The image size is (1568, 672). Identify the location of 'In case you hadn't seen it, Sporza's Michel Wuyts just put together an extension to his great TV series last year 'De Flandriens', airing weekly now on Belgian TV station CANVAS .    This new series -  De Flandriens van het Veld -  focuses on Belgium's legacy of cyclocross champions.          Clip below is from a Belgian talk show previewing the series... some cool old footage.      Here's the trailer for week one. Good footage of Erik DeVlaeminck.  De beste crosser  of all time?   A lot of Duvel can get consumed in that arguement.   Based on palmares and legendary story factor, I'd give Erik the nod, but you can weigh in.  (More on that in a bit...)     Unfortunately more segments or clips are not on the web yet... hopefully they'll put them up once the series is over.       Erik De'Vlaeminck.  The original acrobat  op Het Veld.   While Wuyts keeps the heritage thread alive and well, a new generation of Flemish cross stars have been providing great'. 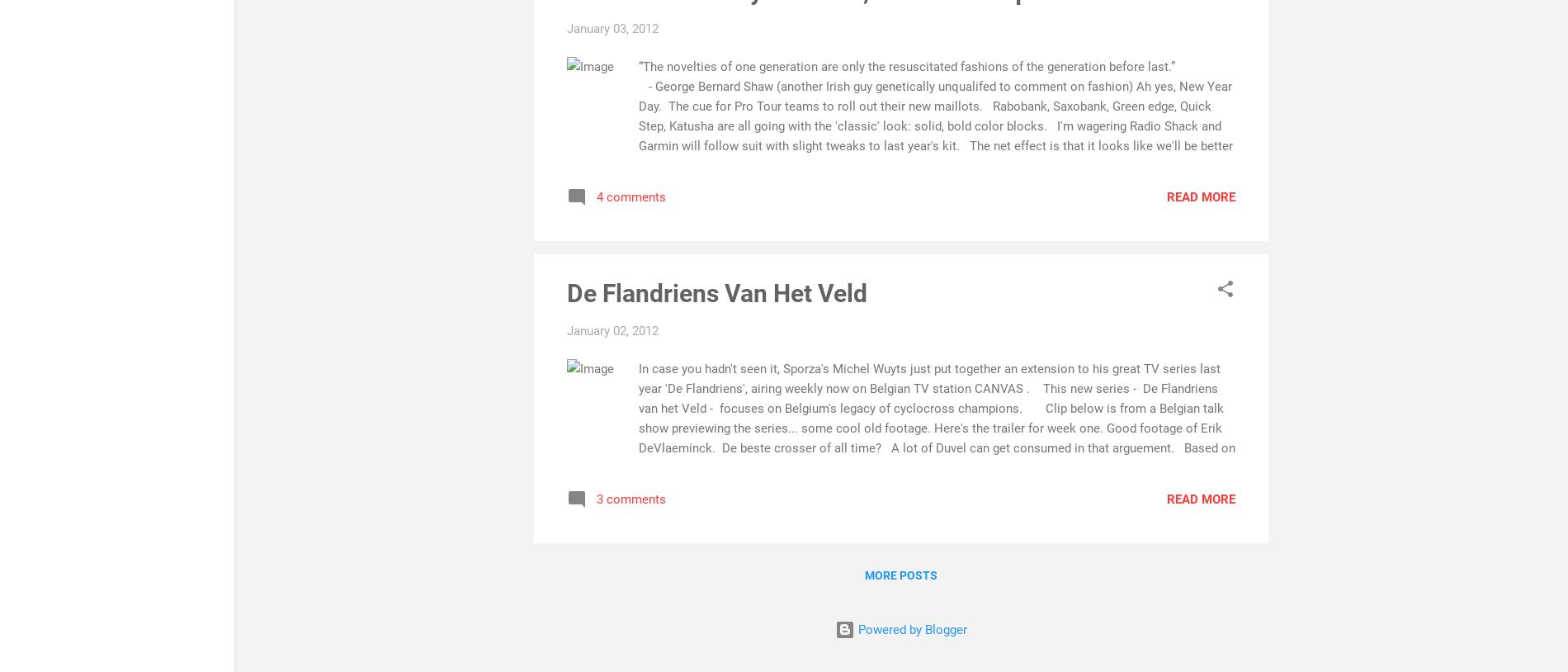
(937, 447).